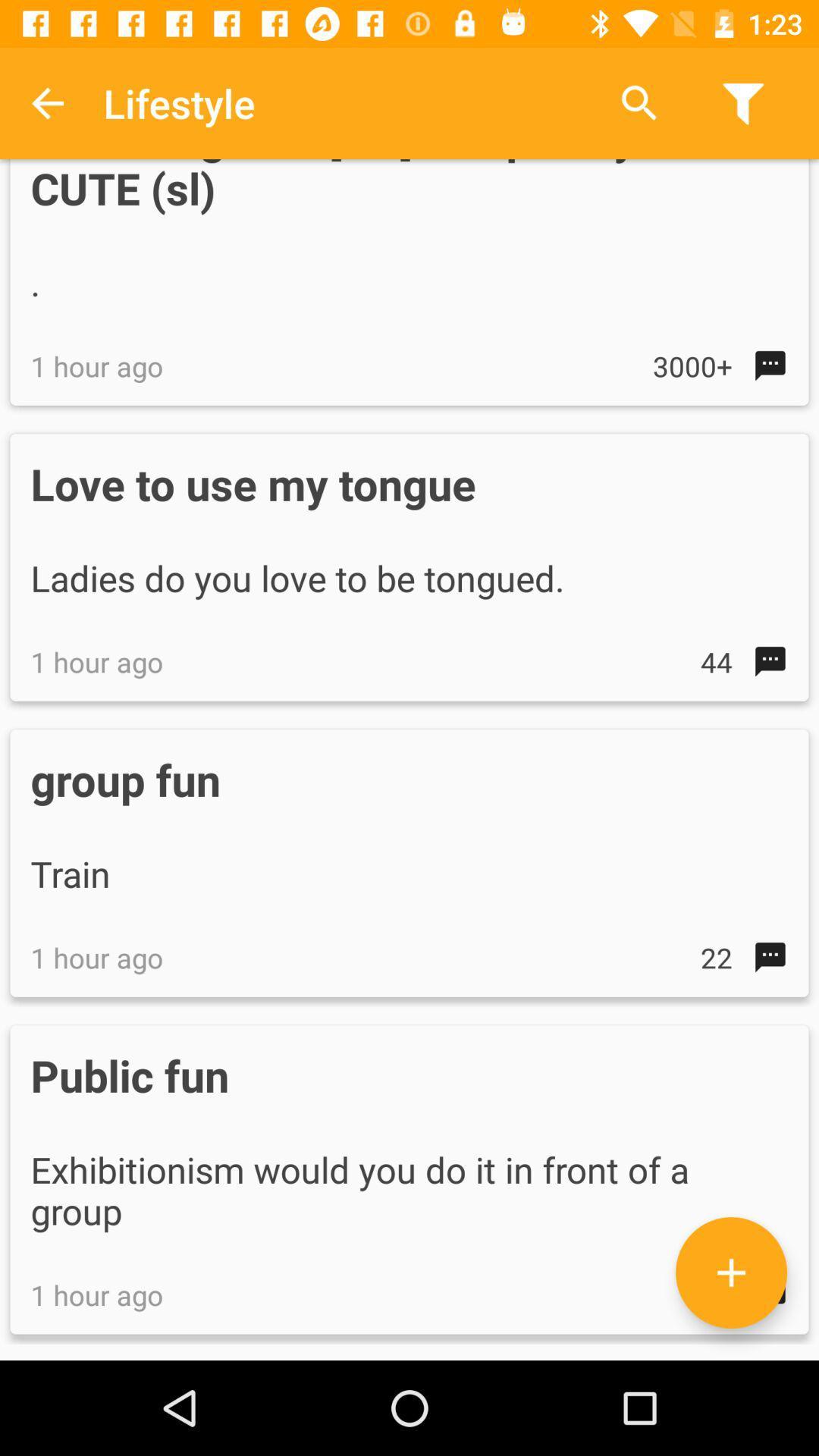 The image size is (819, 1456). What do you see at coordinates (730, 1272) in the screenshot?
I see `the add icon` at bounding box center [730, 1272].